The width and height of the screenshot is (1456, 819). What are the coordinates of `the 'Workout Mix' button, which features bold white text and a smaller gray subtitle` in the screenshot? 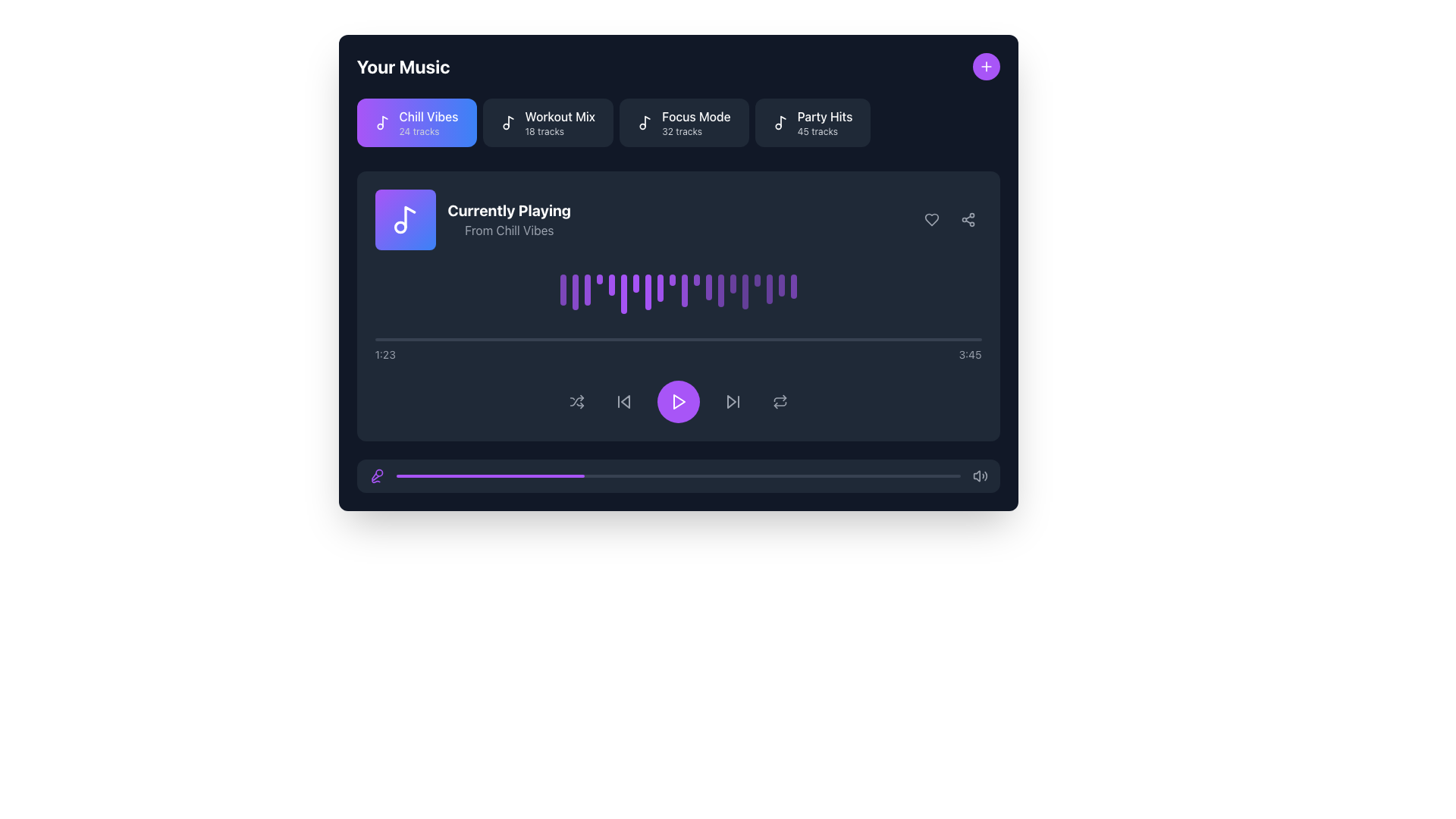 It's located at (559, 122).